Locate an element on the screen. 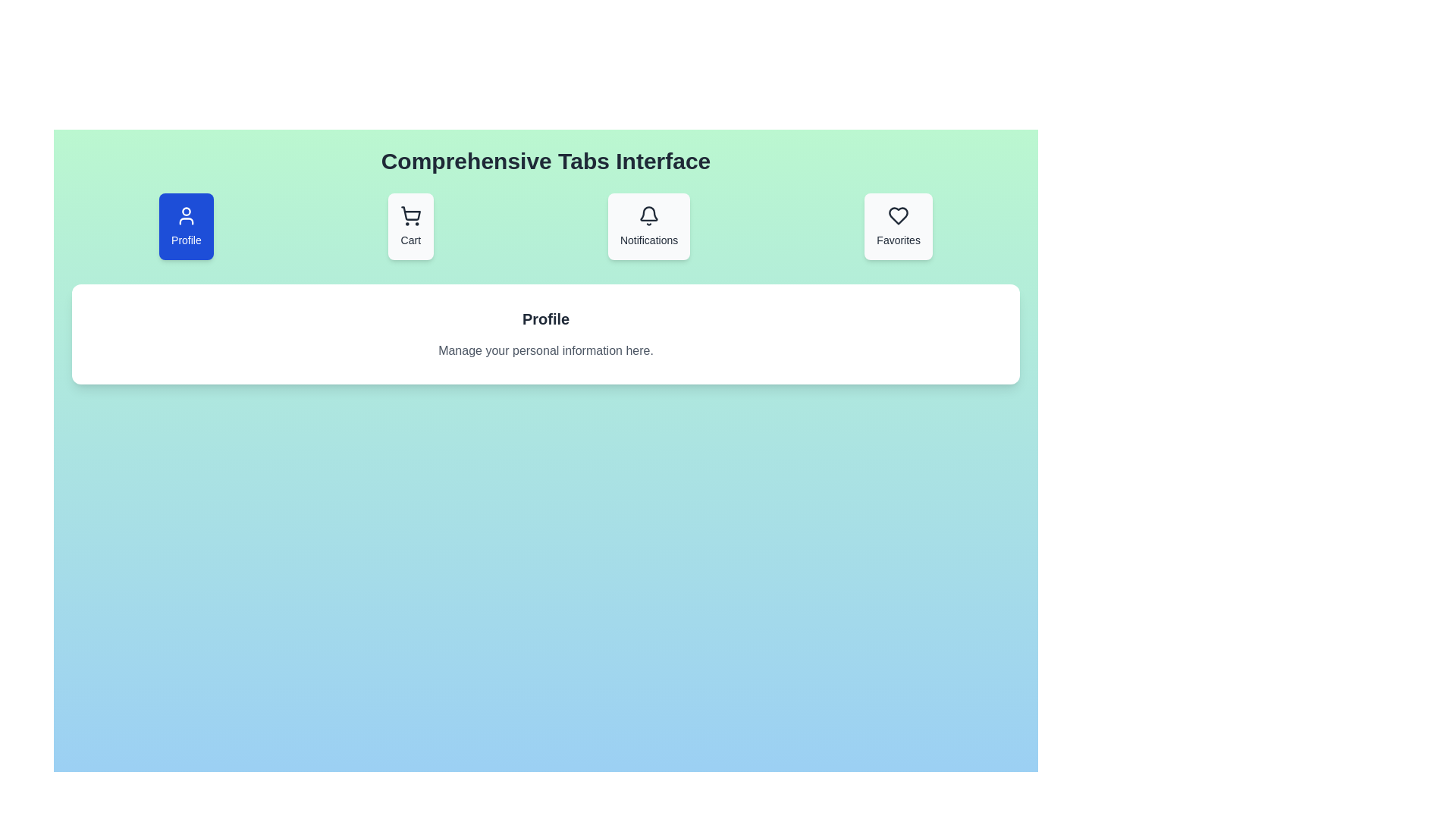  the heart icon within the 'Favorites' button located in the top-right corner of the UI is located at coordinates (899, 216).